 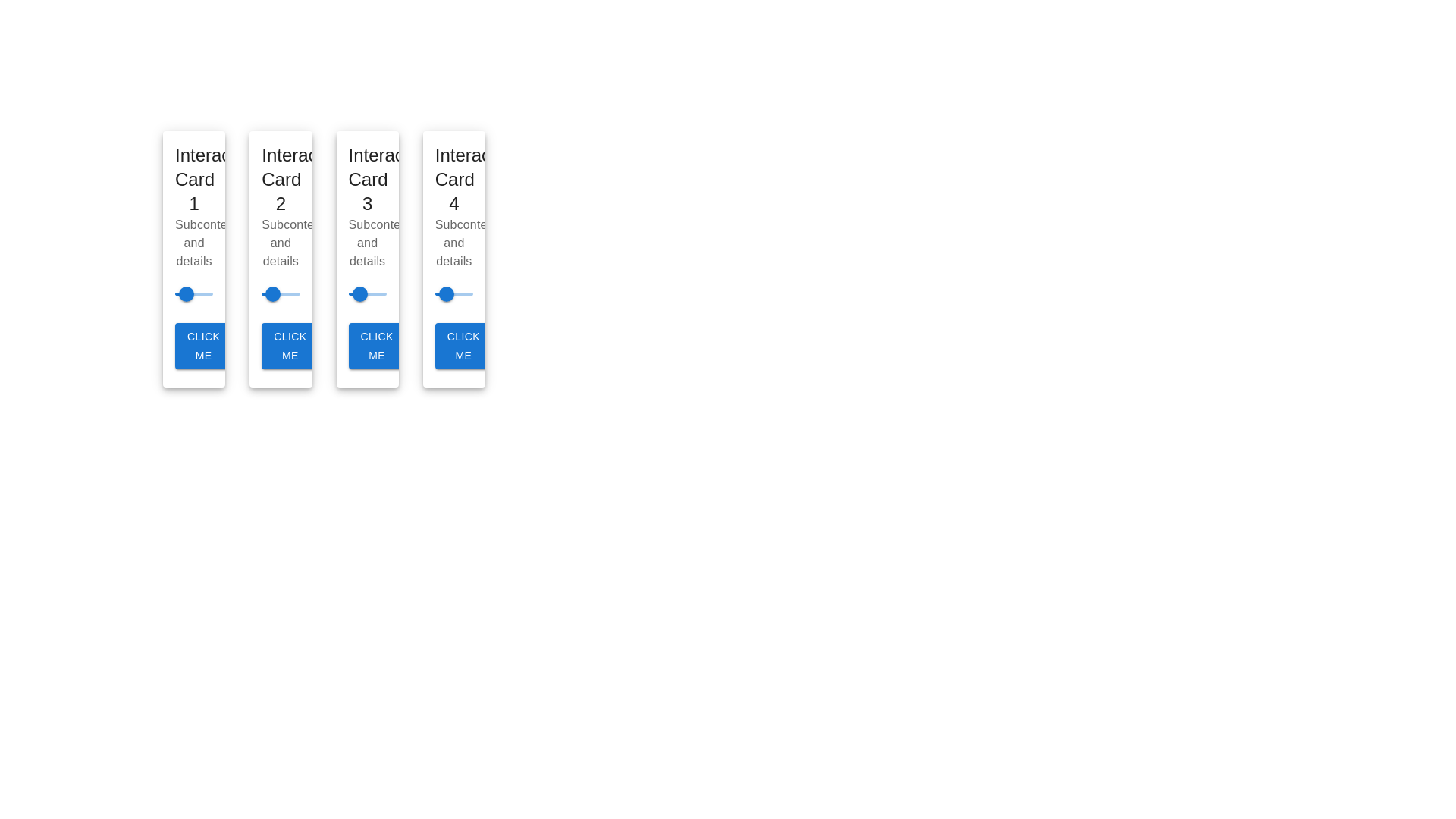 What do you see at coordinates (184, 294) in the screenshot?
I see `the slider value` at bounding box center [184, 294].